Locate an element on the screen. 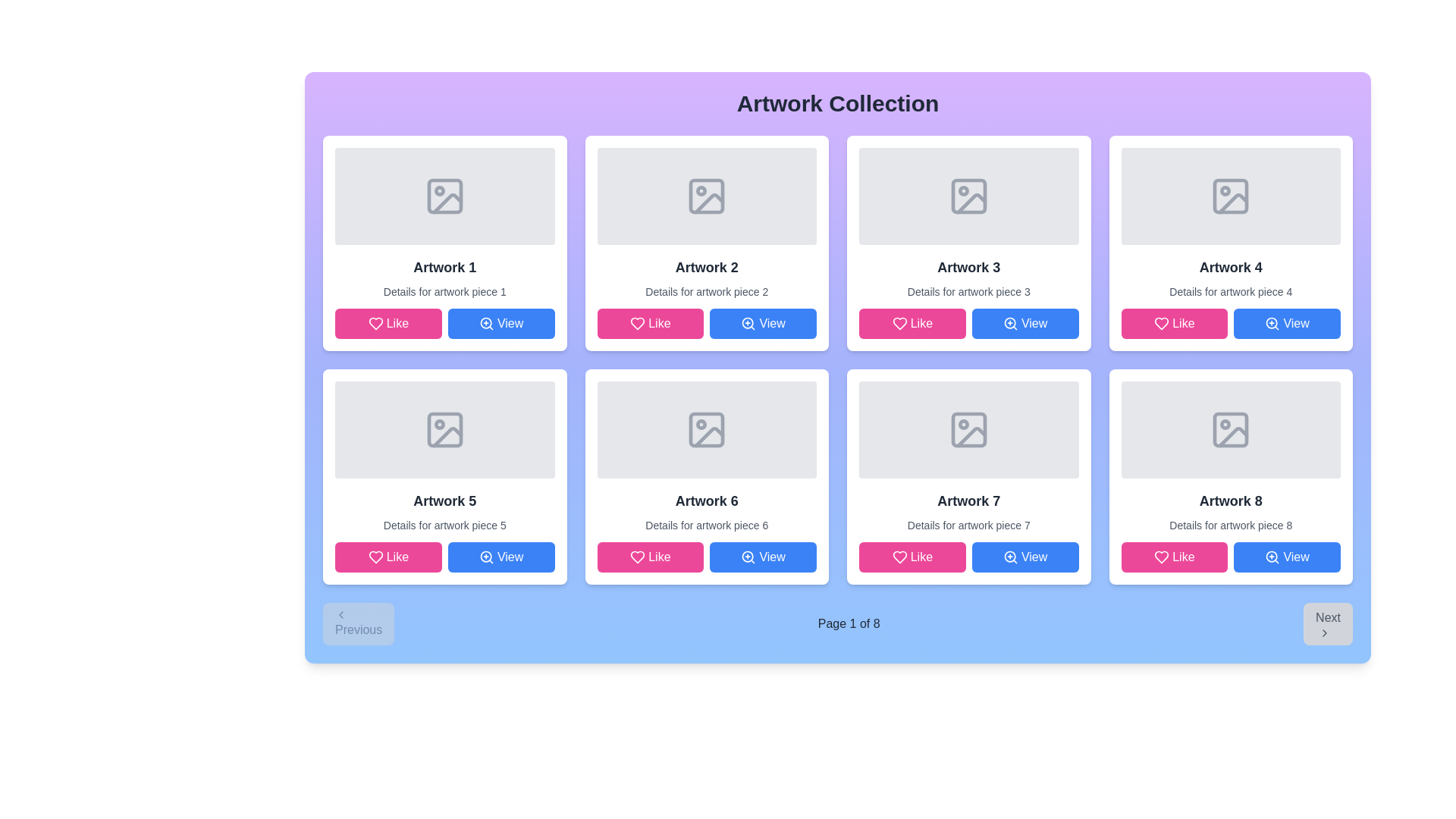 Image resolution: width=1456 pixels, height=819 pixels. the small circular graphic located at the top-left corner of the image placeholder is located at coordinates (438, 190).